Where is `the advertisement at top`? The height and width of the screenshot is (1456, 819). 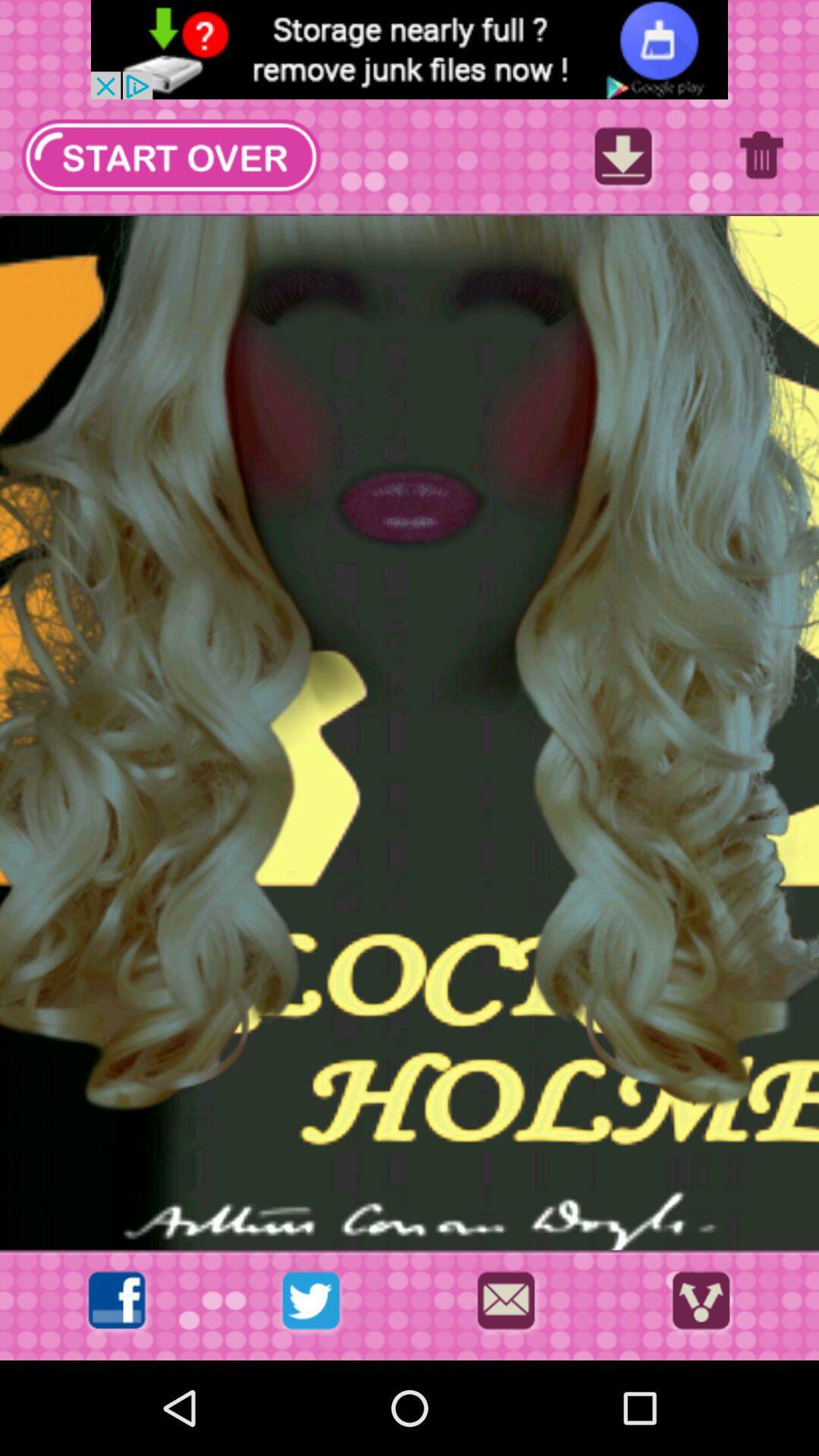 the advertisement at top is located at coordinates (409, 49).